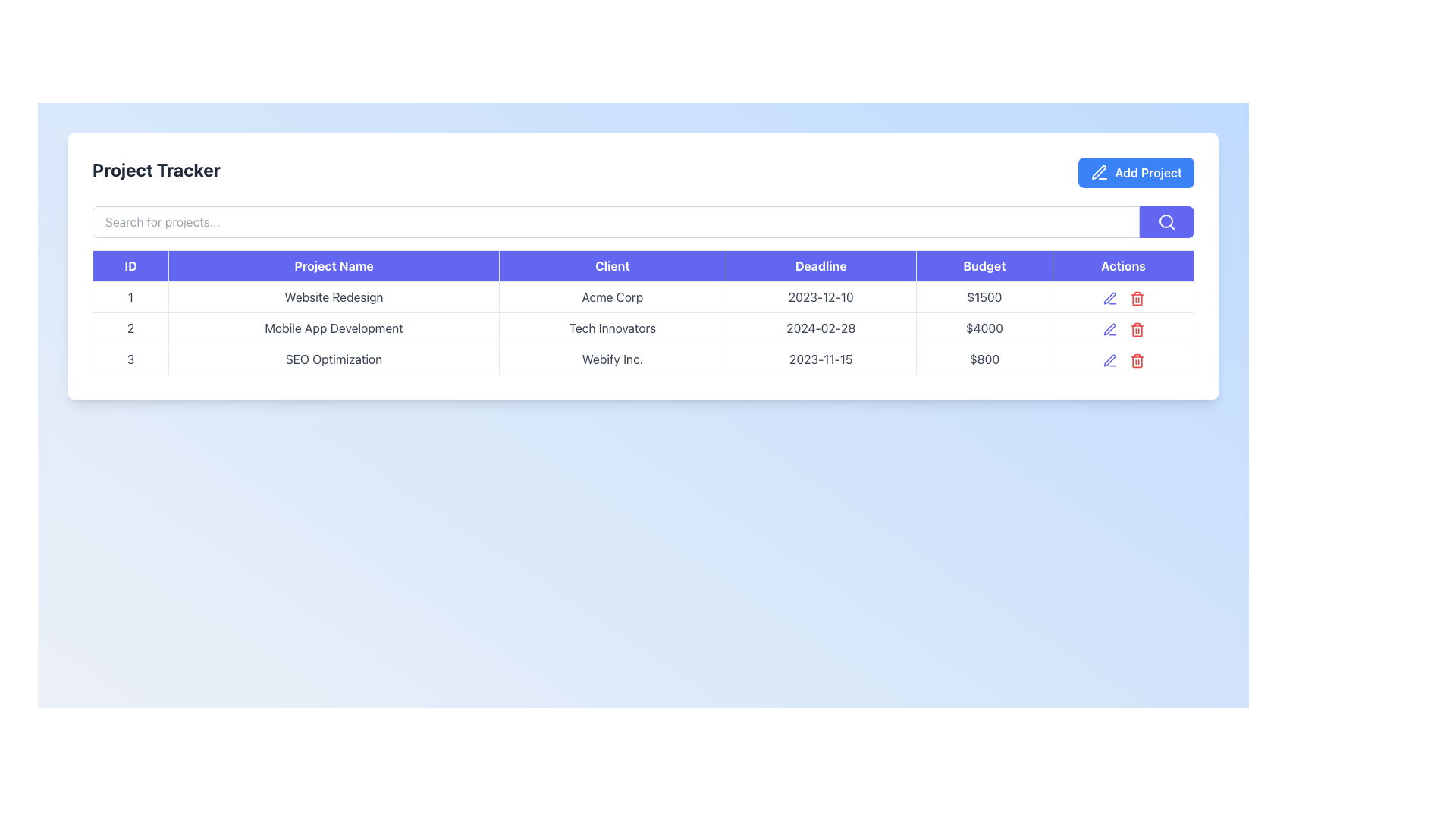 Image resolution: width=1456 pixels, height=819 pixels. What do you see at coordinates (820, 265) in the screenshot?
I see `the Table Header labeled 'Deadline', which has a purple background and white text, located between the 'Client' and 'Budget' columns` at bounding box center [820, 265].